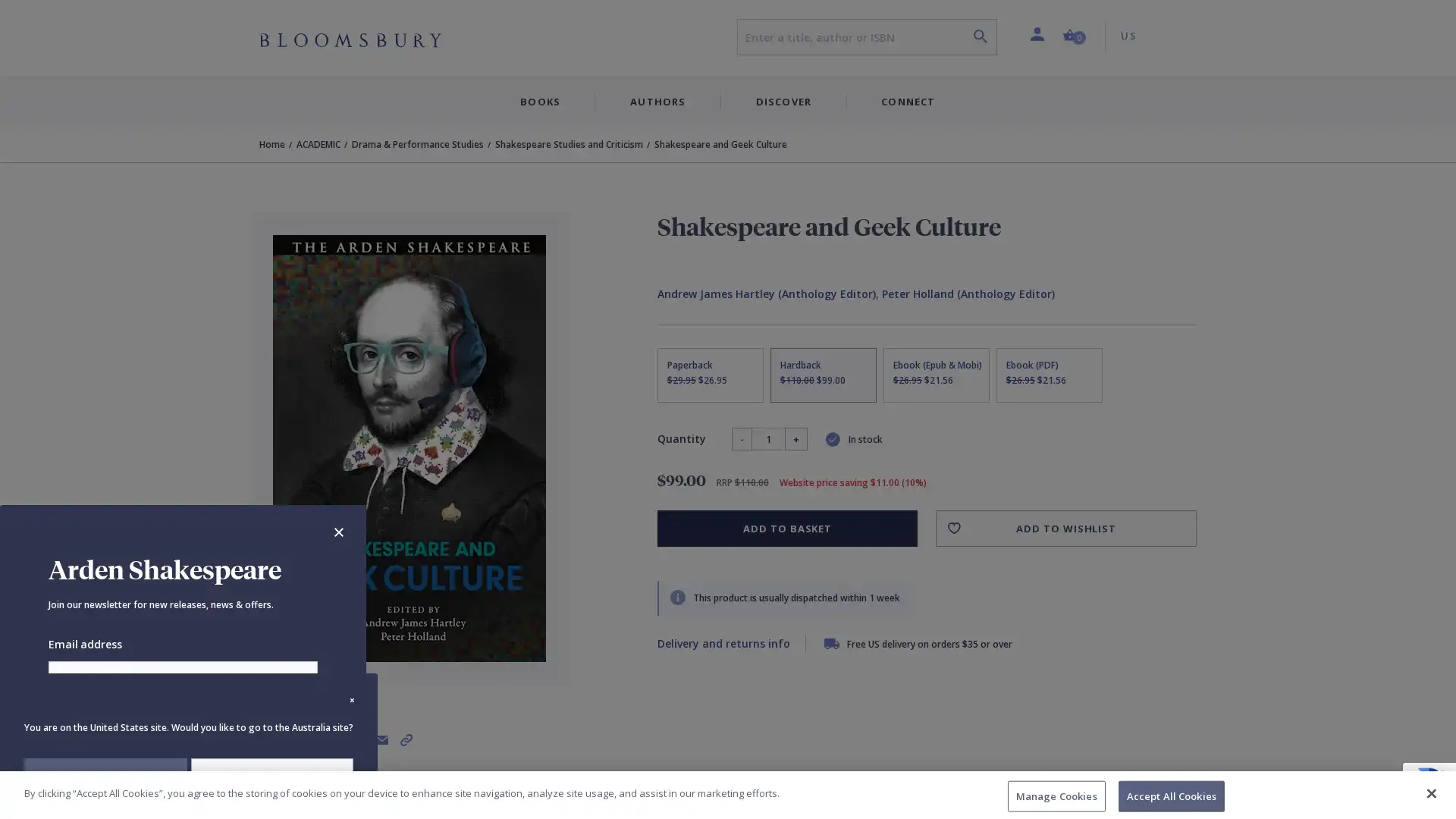  Describe the element at coordinates (741, 438) in the screenshot. I see `-` at that location.